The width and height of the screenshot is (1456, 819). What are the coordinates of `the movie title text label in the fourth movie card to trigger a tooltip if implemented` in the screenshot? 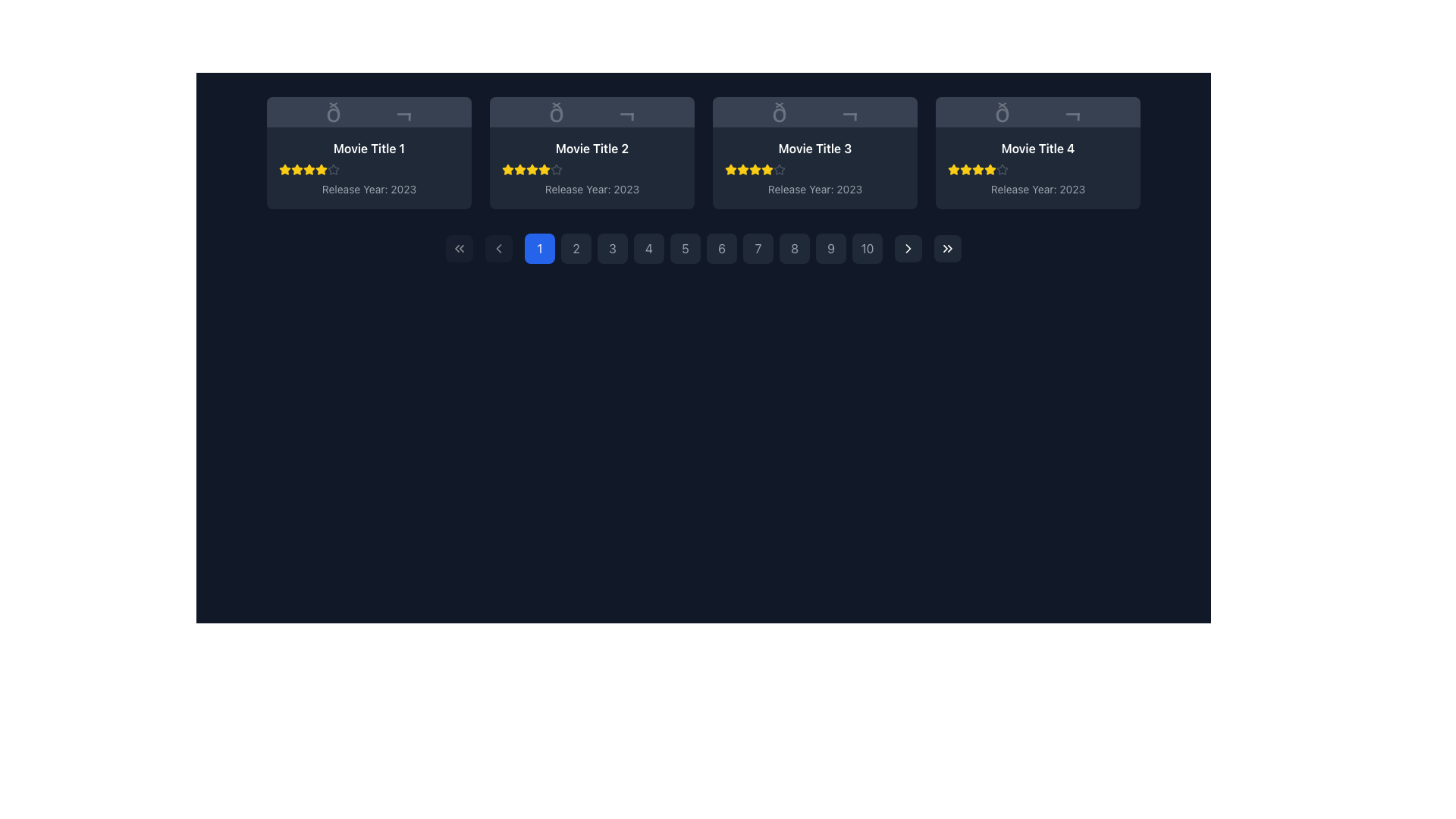 It's located at (1037, 149).